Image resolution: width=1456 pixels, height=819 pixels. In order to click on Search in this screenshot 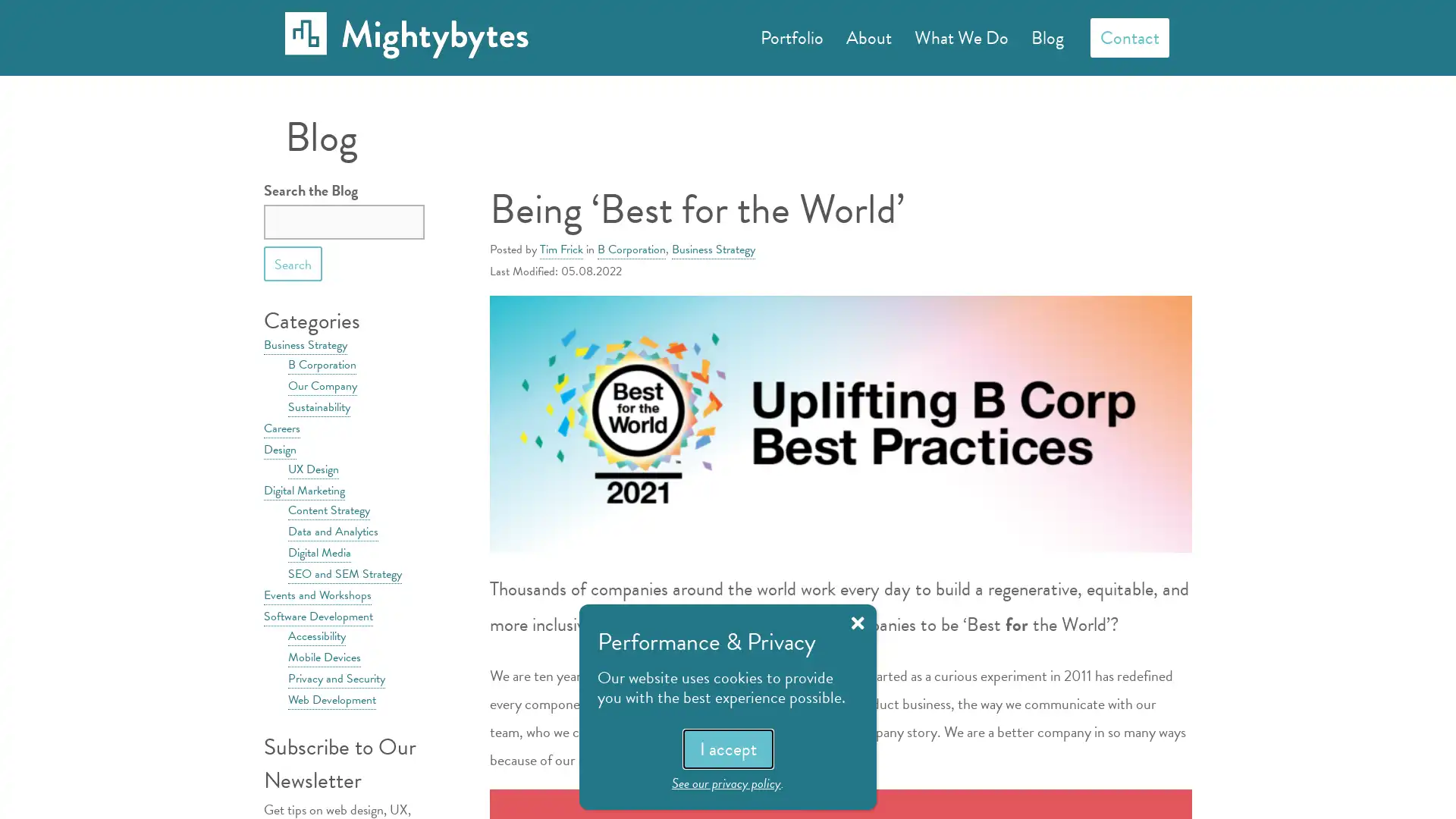, I will do `click(293, 262)`.